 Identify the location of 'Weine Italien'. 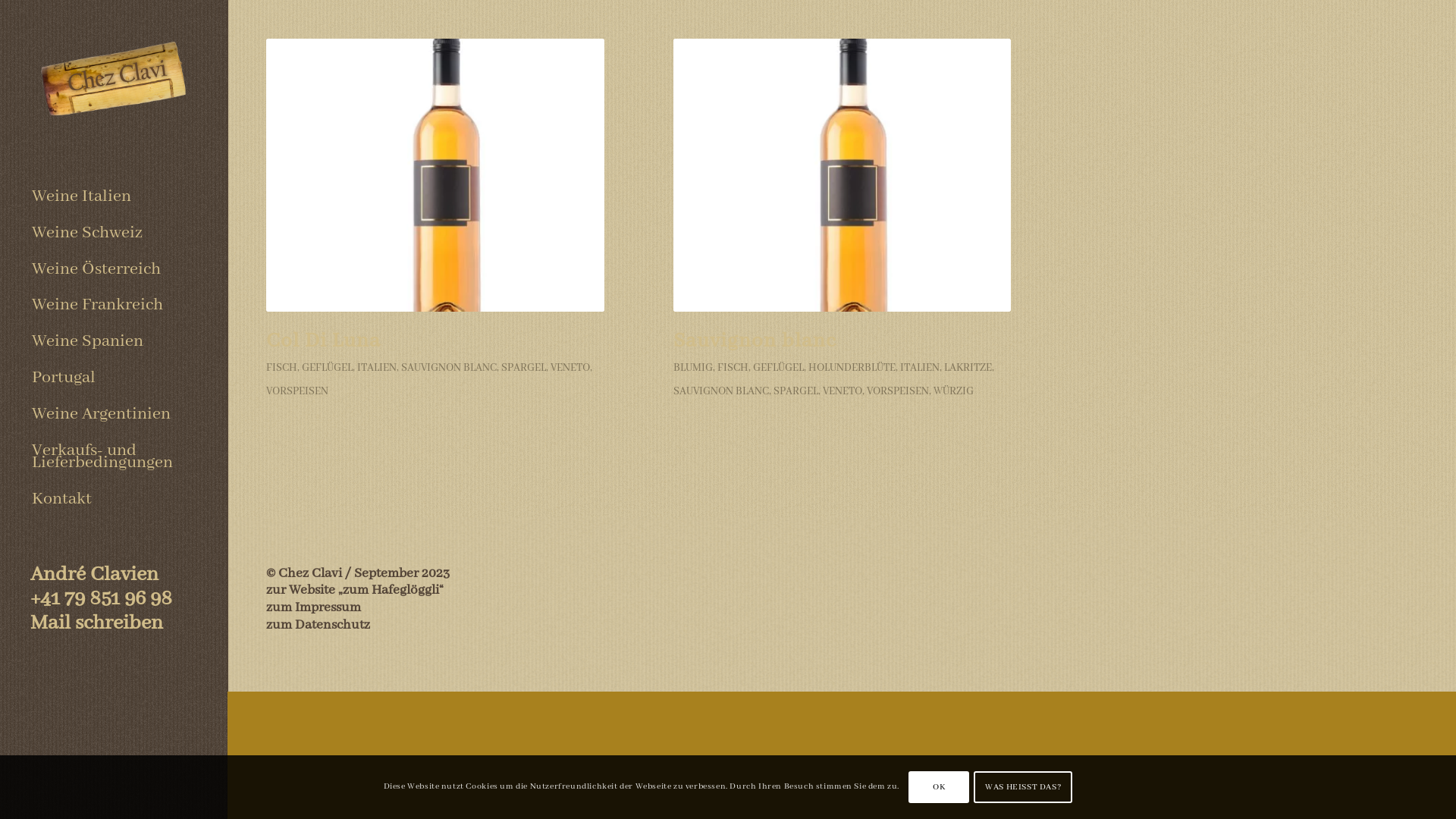
(112, 196).